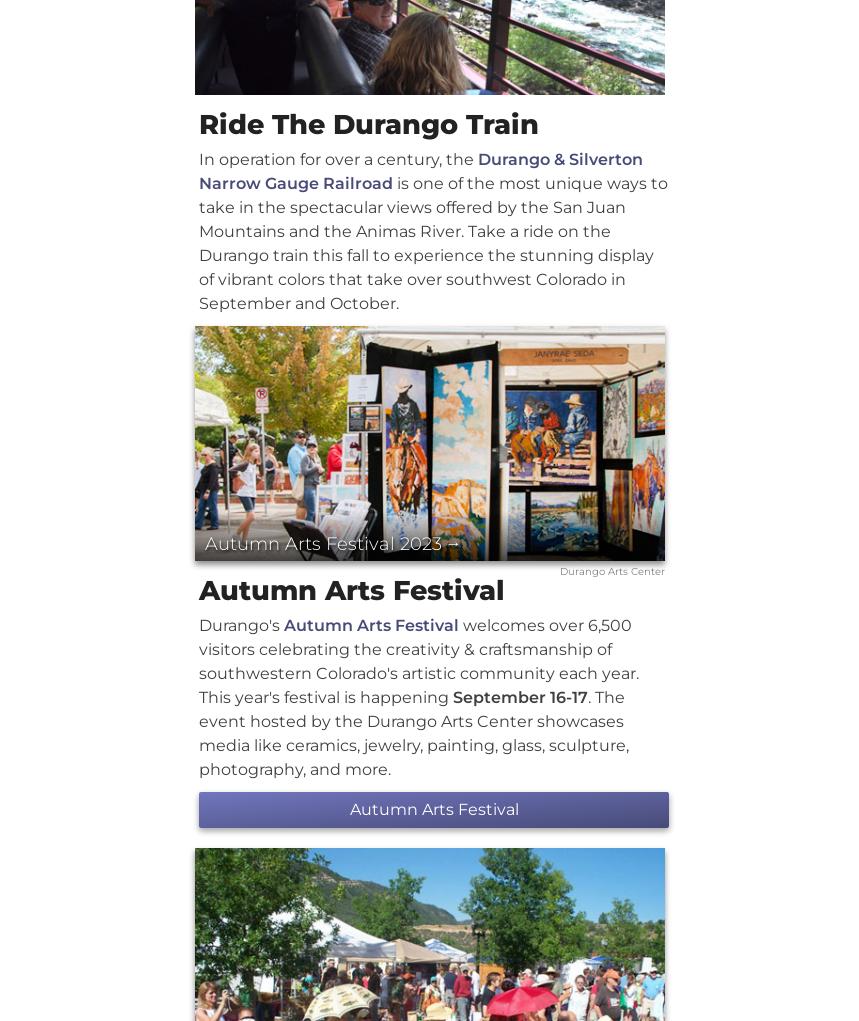 The width and height of the screenshot is (859, 1021). I want to click on 'welcomes over 6,500 visitors celebrating the creativity & craftsmanship of southwestern Colorado's artistic community each year. This year's festival is happening', so click(419, 659).